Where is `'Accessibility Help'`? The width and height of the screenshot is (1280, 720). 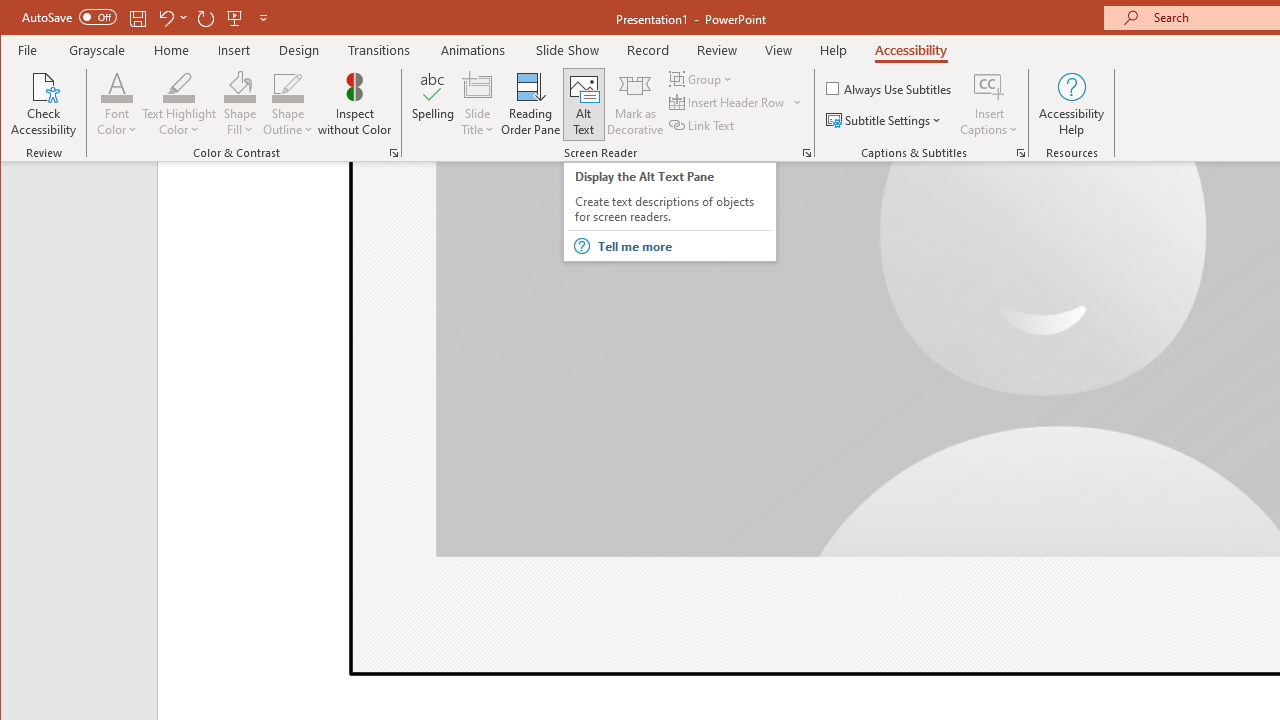 'Accessibility Help' is located at coordinates (1071, 104).